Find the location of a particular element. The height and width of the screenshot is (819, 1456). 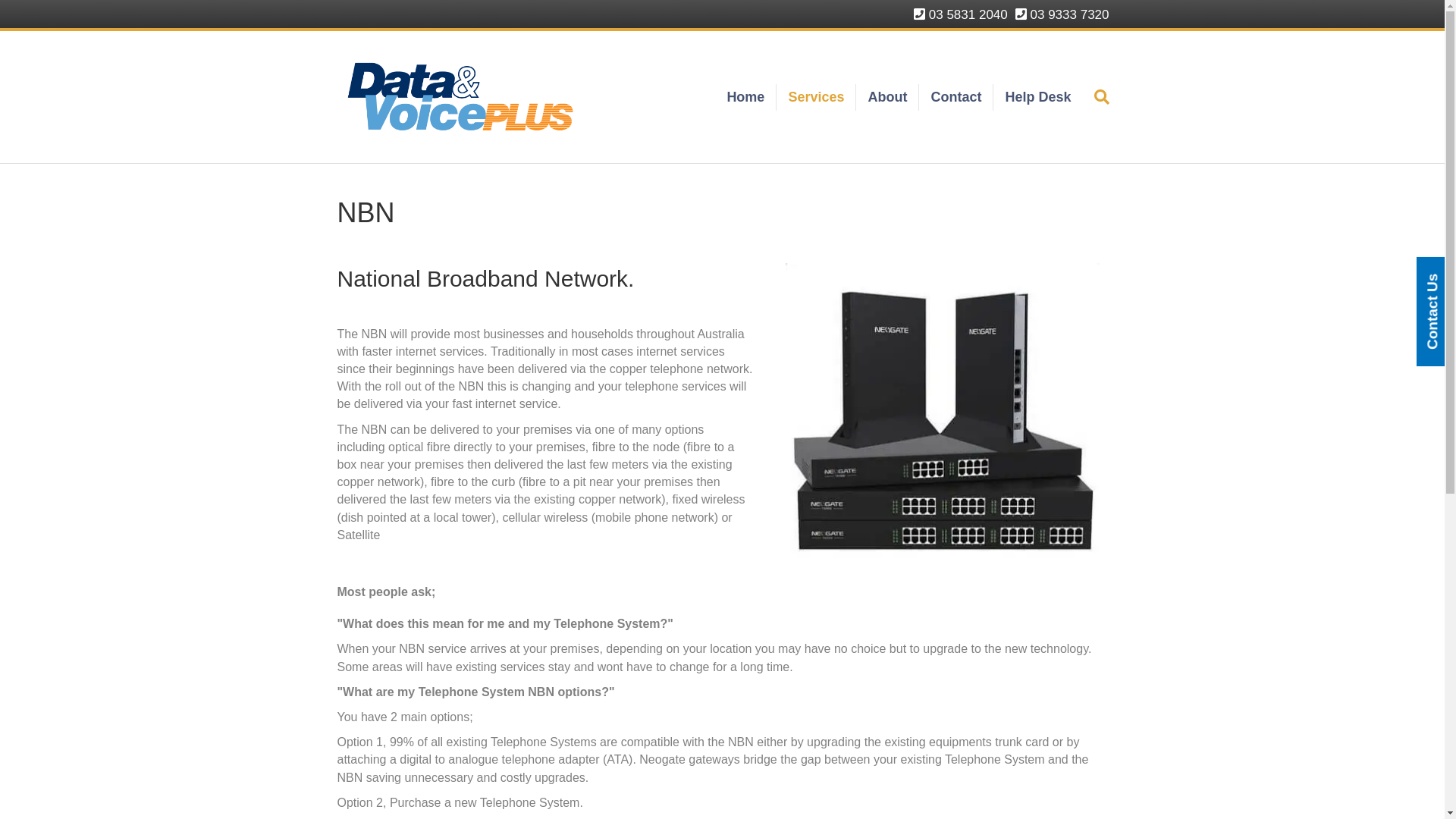

'Services' is located at coordinates (815, 97).